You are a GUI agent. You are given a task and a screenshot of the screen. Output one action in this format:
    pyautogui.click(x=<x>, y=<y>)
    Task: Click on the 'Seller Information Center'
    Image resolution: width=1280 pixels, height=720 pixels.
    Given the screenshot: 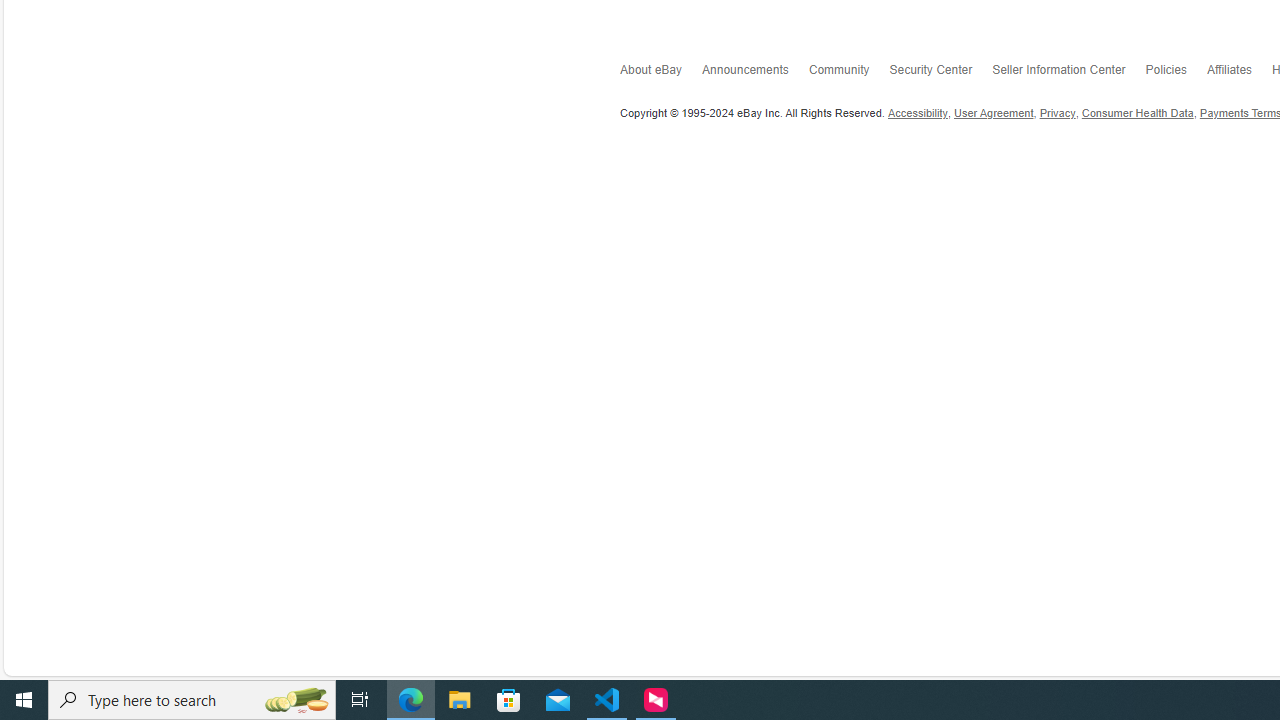 What is the action you would take?
    pyautogui.click(x=1067, y=72)
    